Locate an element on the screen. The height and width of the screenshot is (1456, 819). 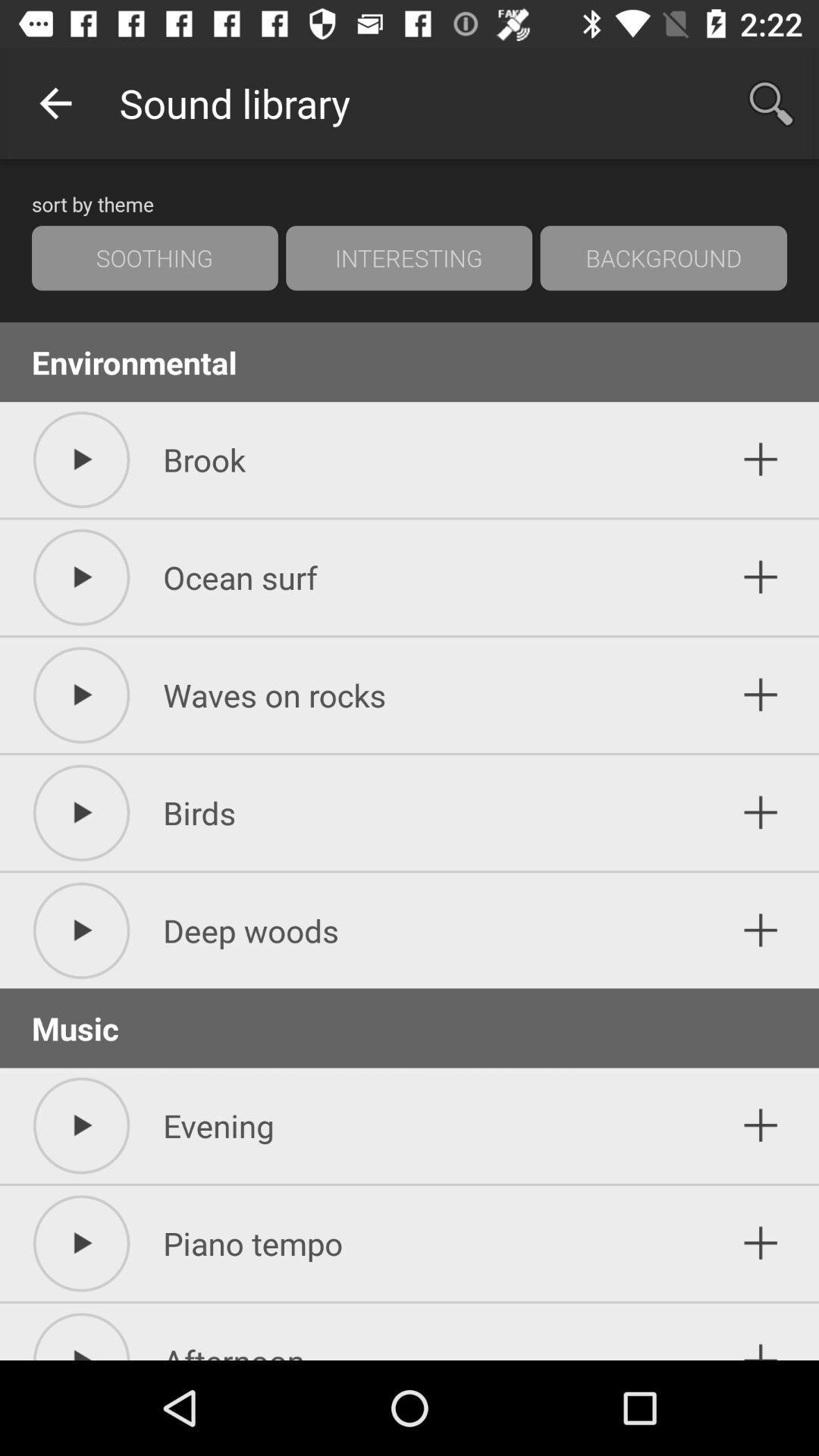
track option is located at coordinates (761, 1243).